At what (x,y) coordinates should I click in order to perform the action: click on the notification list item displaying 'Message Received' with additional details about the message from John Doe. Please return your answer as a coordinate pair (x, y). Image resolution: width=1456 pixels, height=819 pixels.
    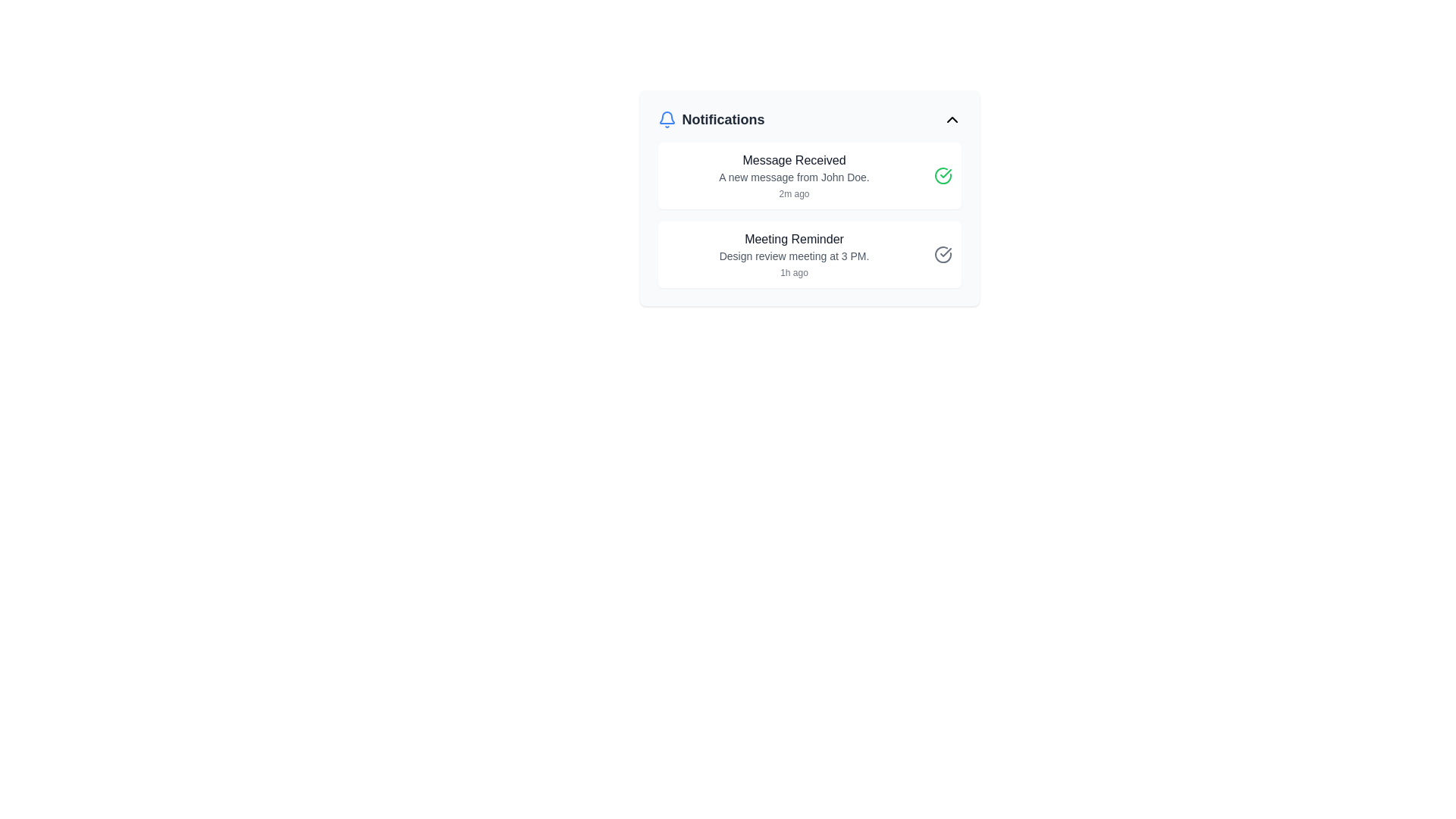
    Looking at the image, I should click on (793, 174).